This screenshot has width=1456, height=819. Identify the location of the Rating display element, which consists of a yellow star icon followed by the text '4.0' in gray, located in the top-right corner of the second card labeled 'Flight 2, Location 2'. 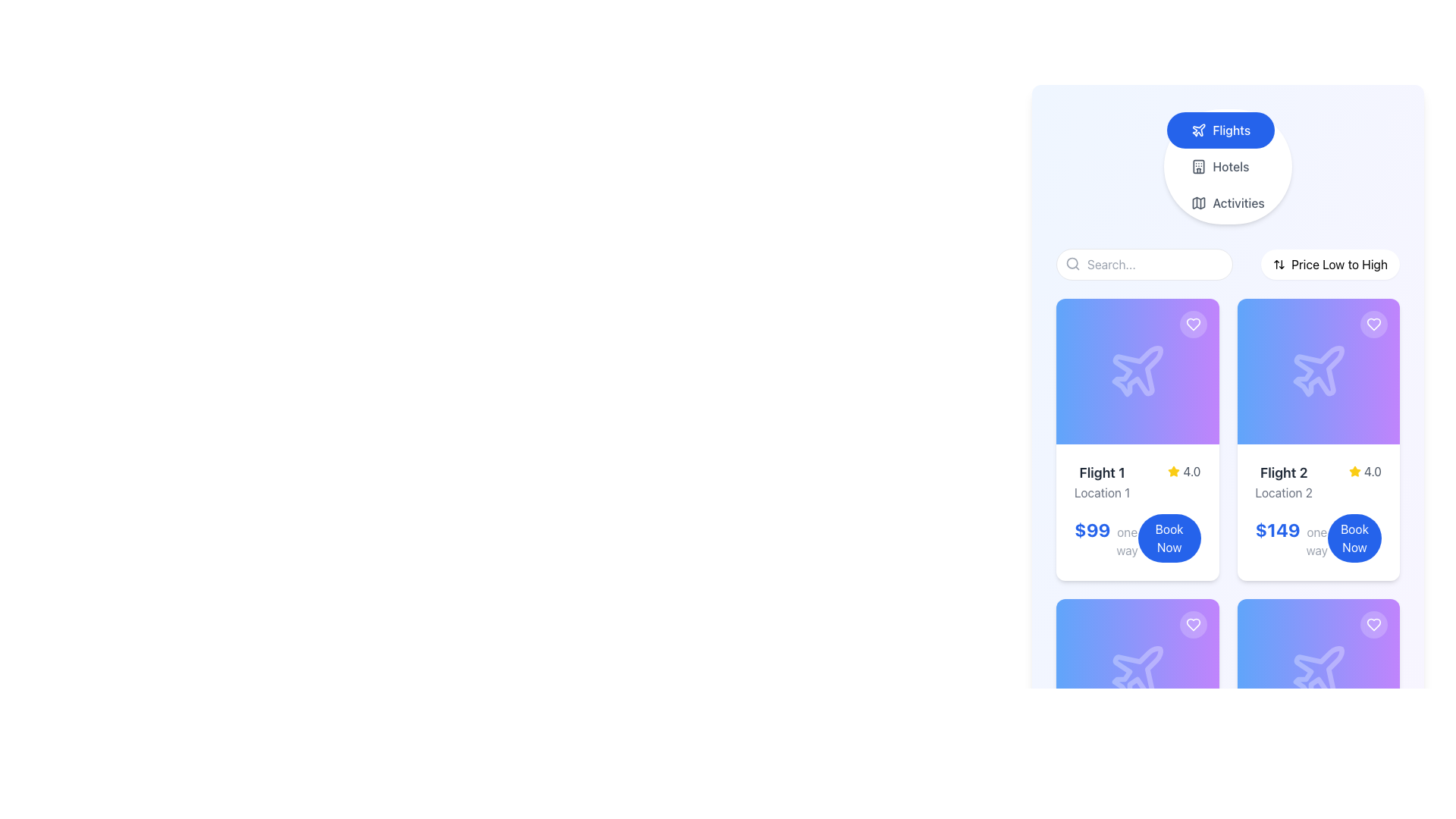
(1365, 470).